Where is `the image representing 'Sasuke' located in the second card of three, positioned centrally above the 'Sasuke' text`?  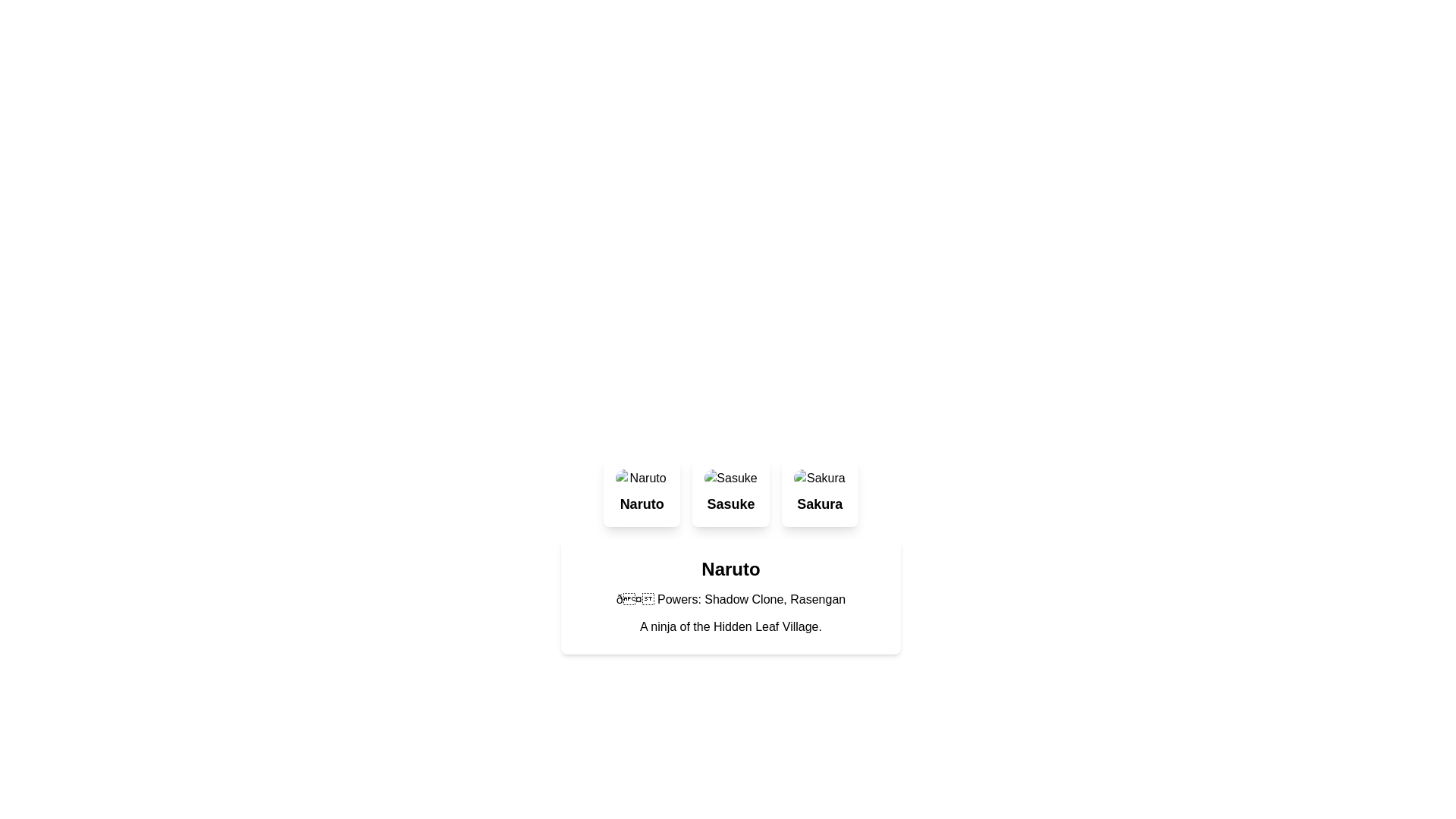
the image representing 'Sasuke' located in the second card of three, positioned centrally above the 'Sasuke' text is located at coordinates (731, 479).